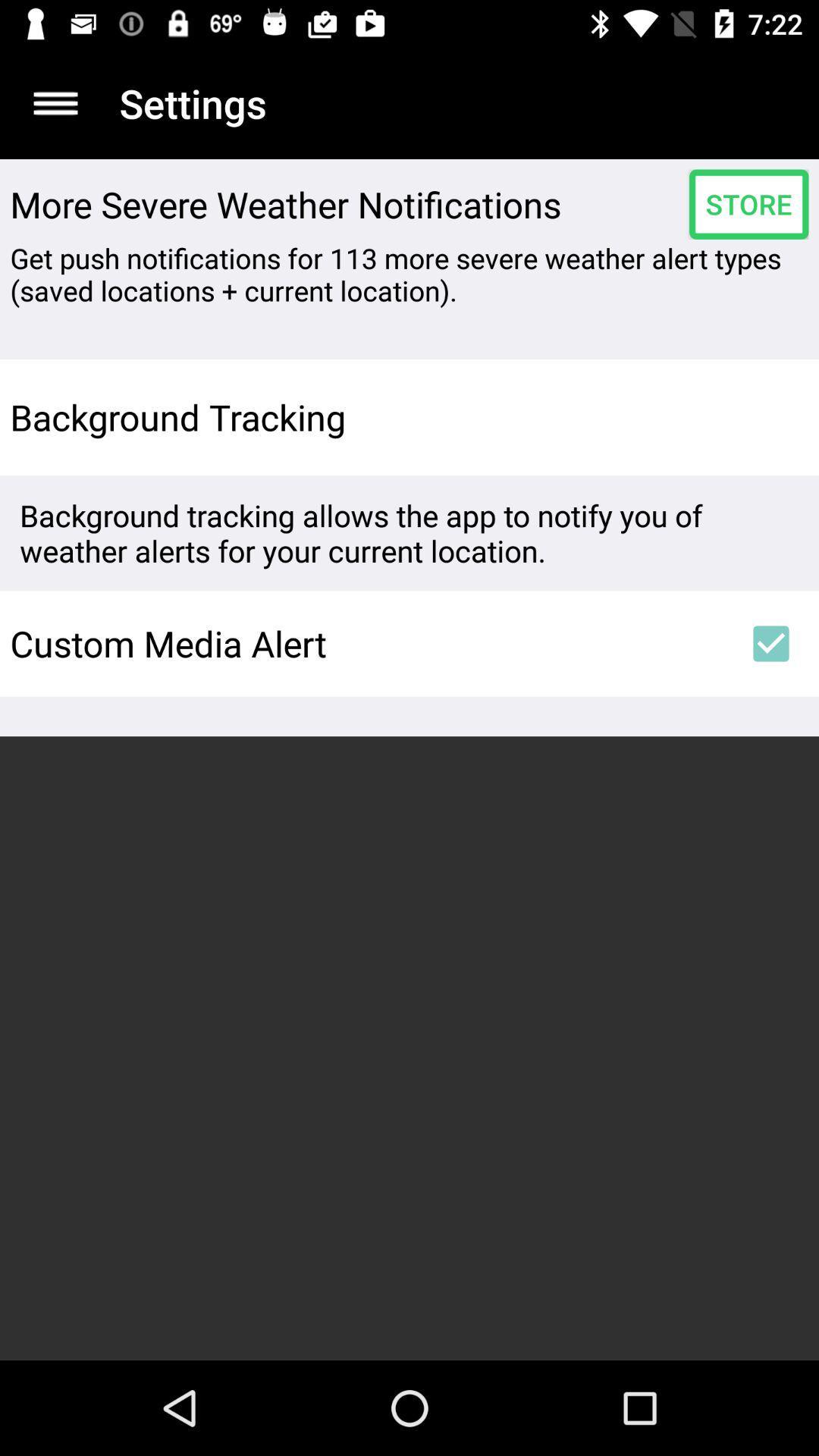 This screenshot has height=1456, width=819. I want to click on the app to the left of settings app, so click(55, 102).